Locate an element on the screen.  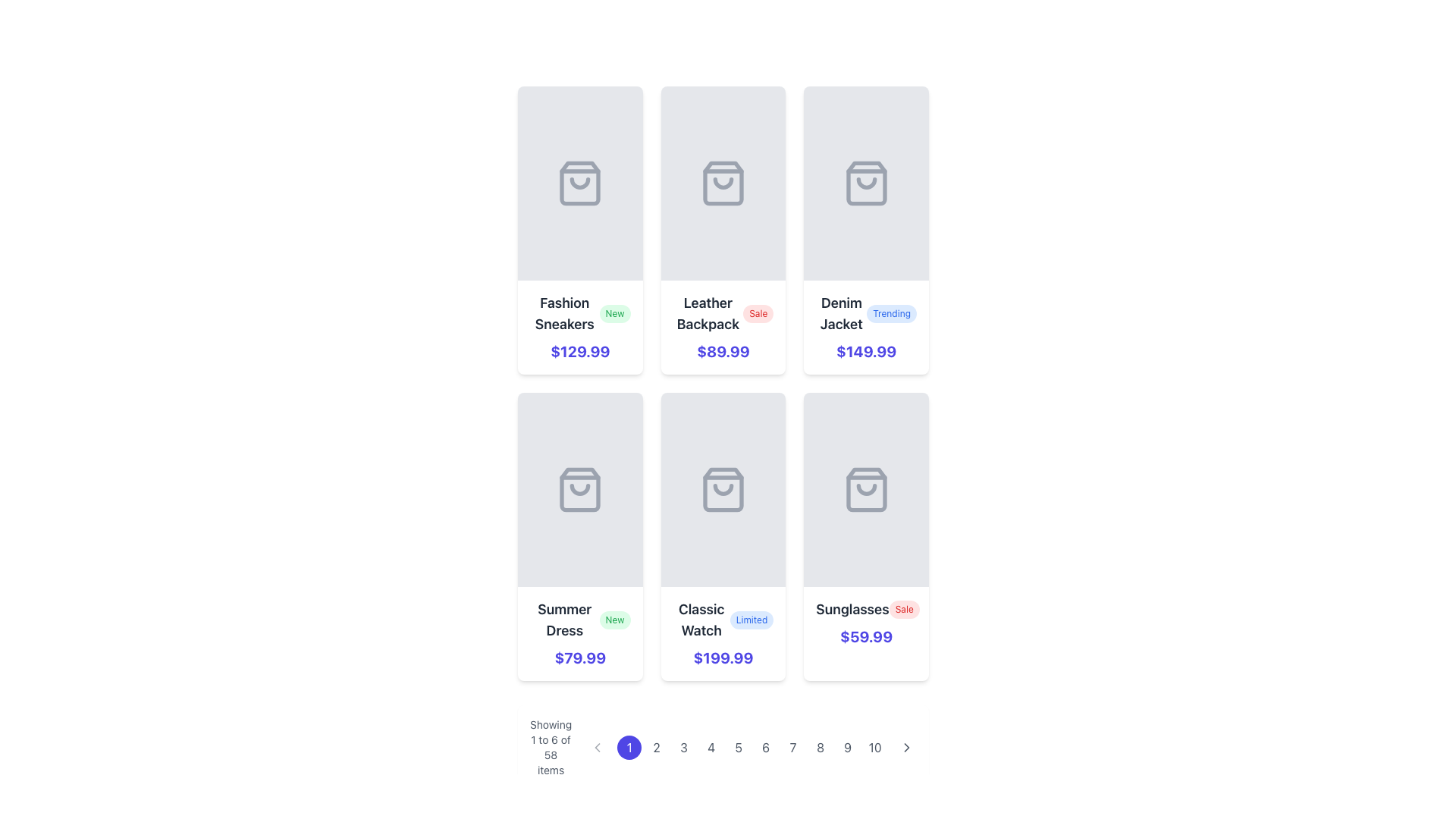
the circular button labeled '9' is located at coordinates (847, 747).